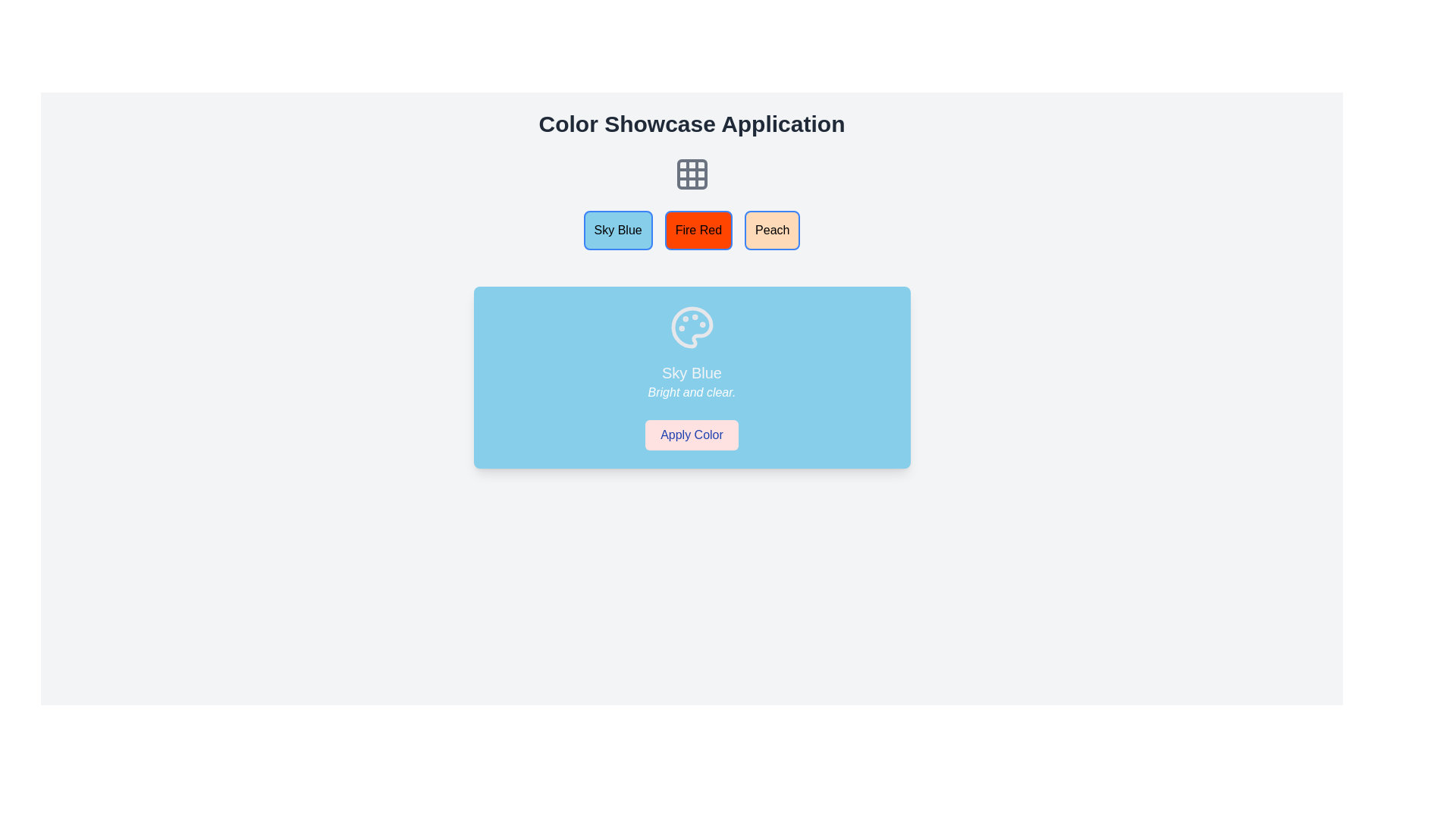 The width and height of the screenshot is (1456, 819). I want to click on the Decorative icon that serves as a visual indicator for the 'Sky Blue' themed card, positioned above the text and button within the blue card component, so click(691, 327).